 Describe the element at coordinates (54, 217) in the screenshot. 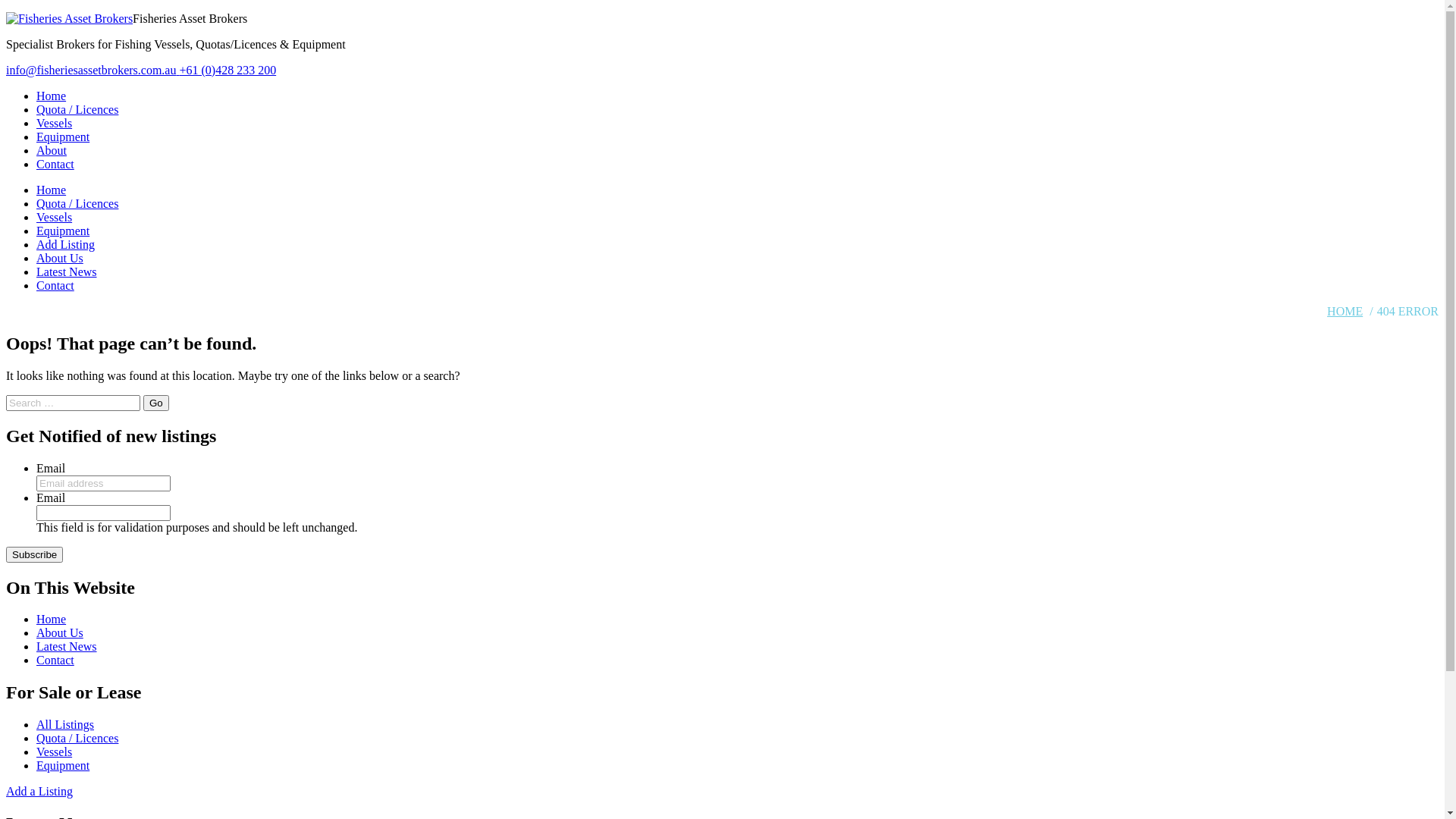

I see `'Vessels'` at that location.